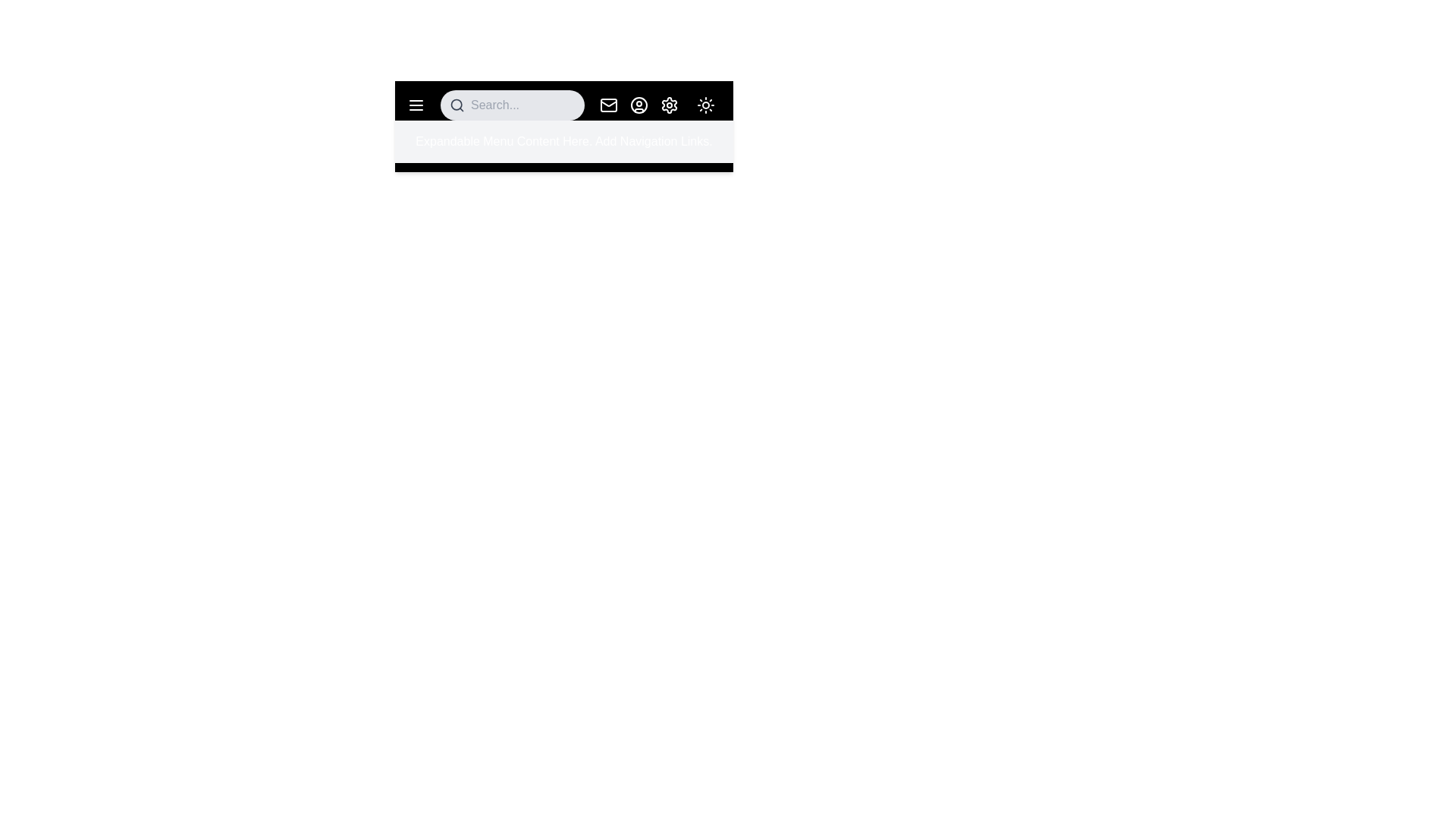 The width and height of the screenshot is (1456, 819). I want to click on the mail icon to interact with notifications, so click(608, 104).